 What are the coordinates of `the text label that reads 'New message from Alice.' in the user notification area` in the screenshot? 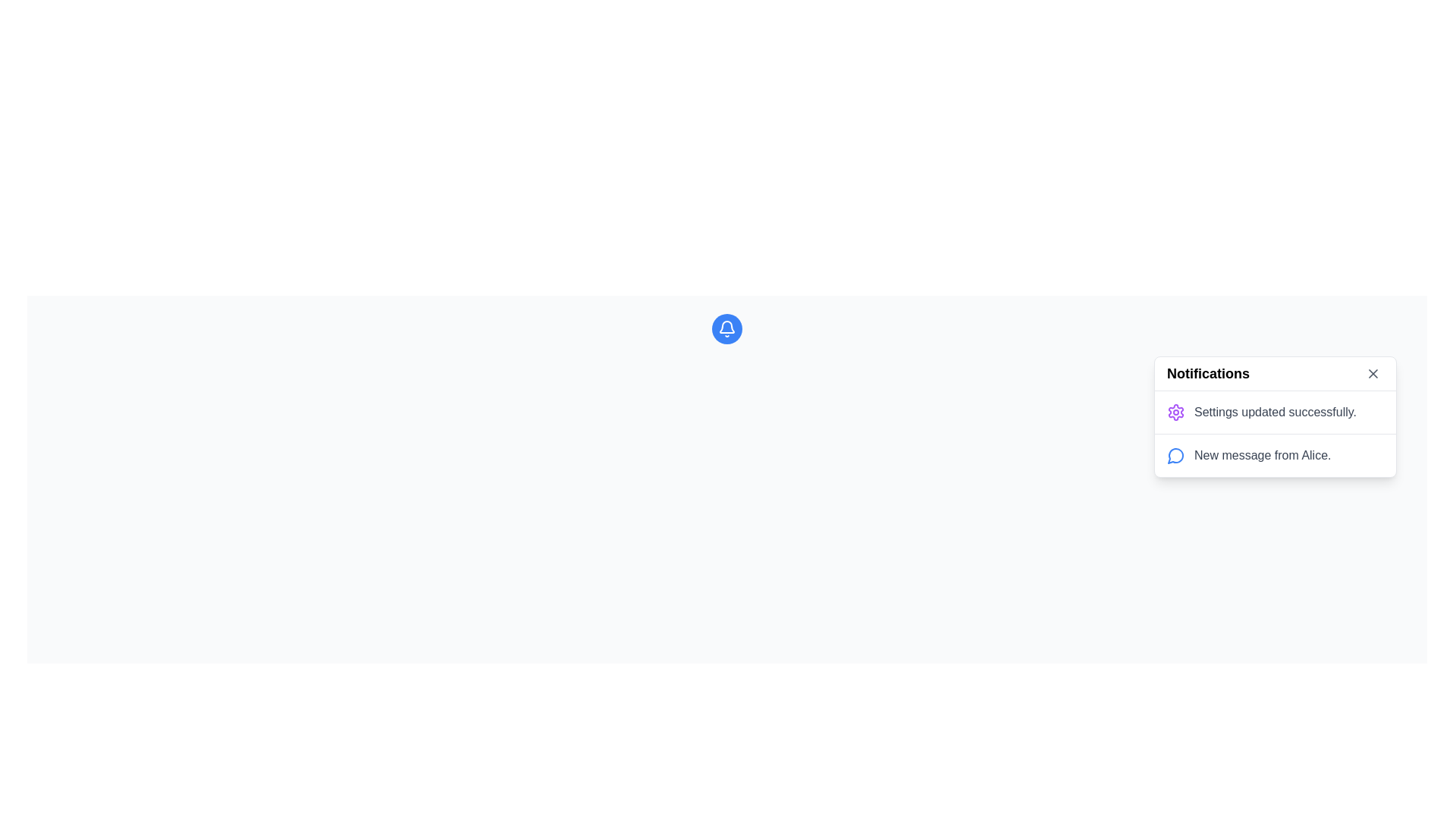 It's located at (1263, 455).